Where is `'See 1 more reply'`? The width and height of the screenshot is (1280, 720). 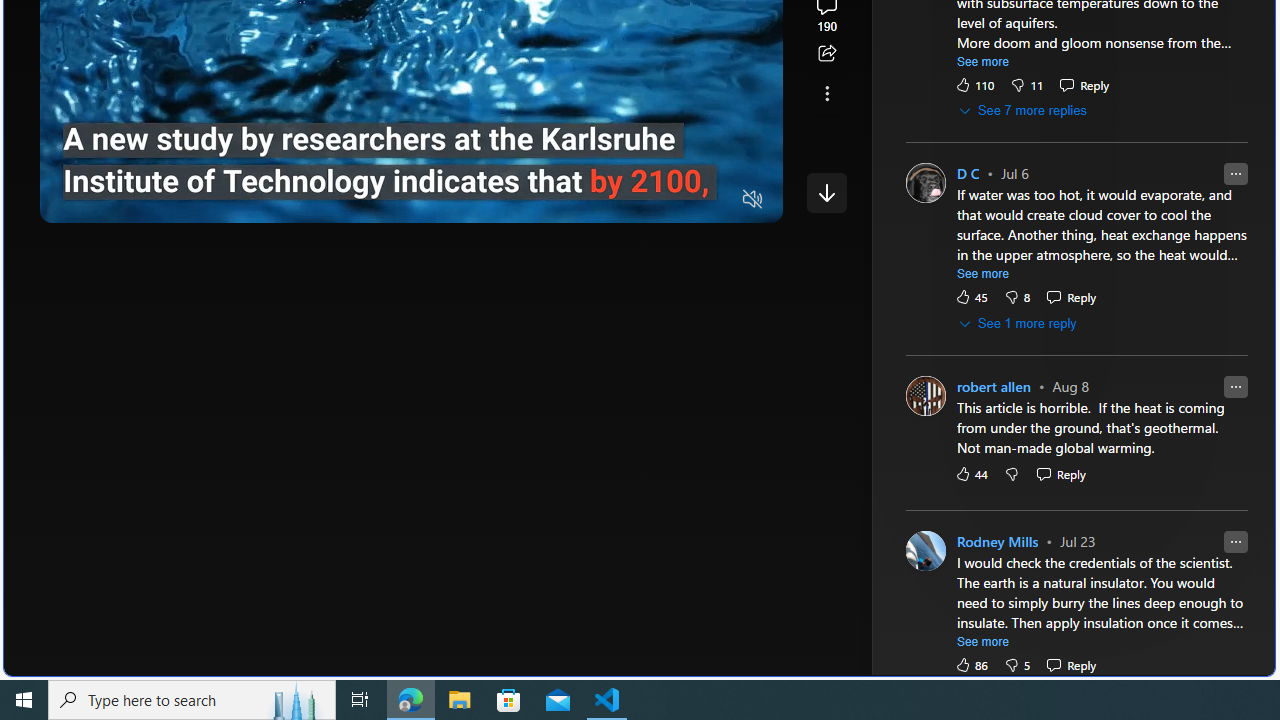 'See 1 more reply' is located at coordinates (1018, 322).